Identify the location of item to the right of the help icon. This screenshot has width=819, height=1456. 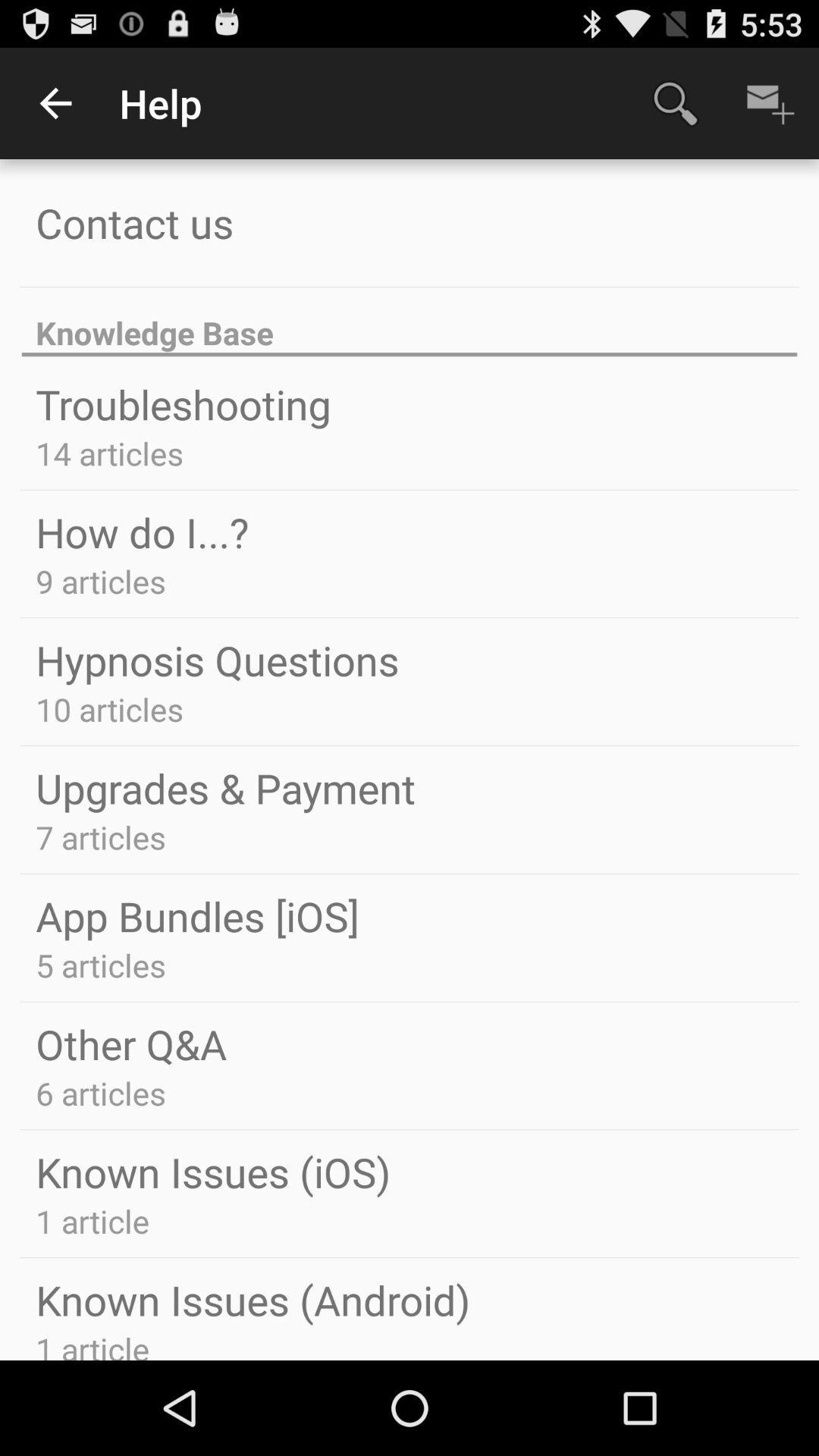
(675, 102).